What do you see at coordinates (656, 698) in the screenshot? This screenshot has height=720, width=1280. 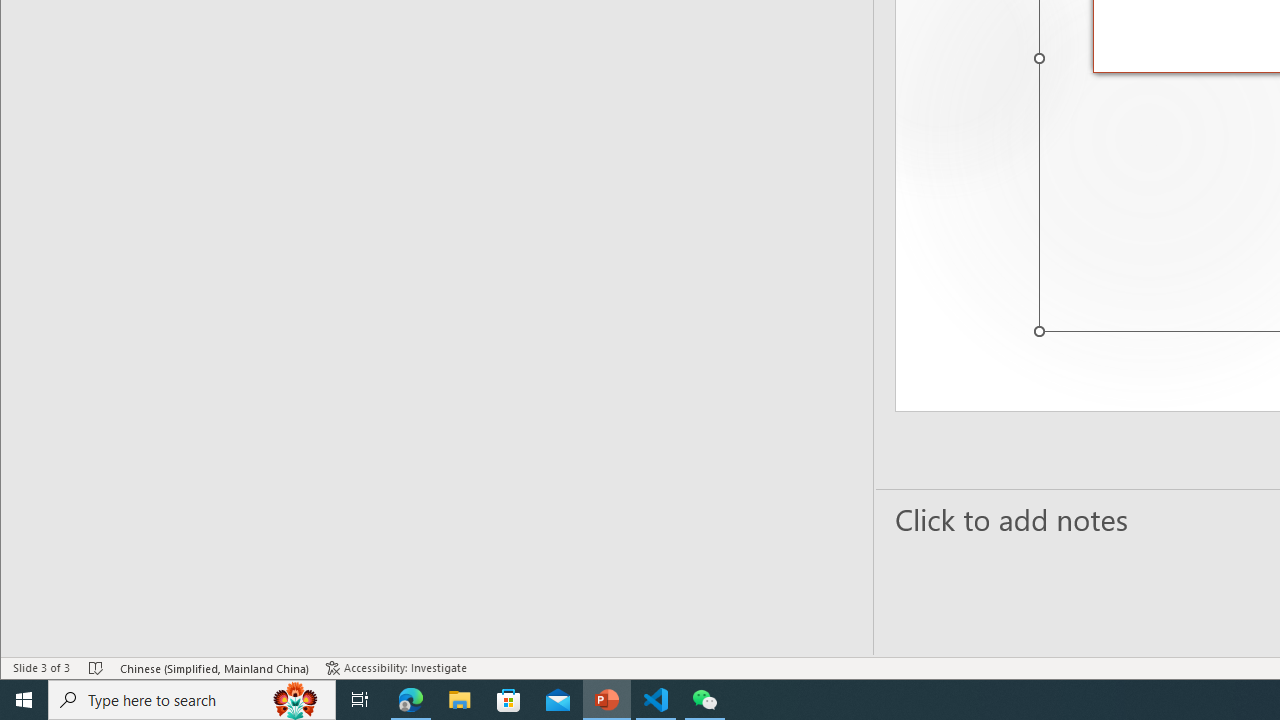 I see `'Visual Studio Code - 1 running window'` at bounding box center [656, 698].